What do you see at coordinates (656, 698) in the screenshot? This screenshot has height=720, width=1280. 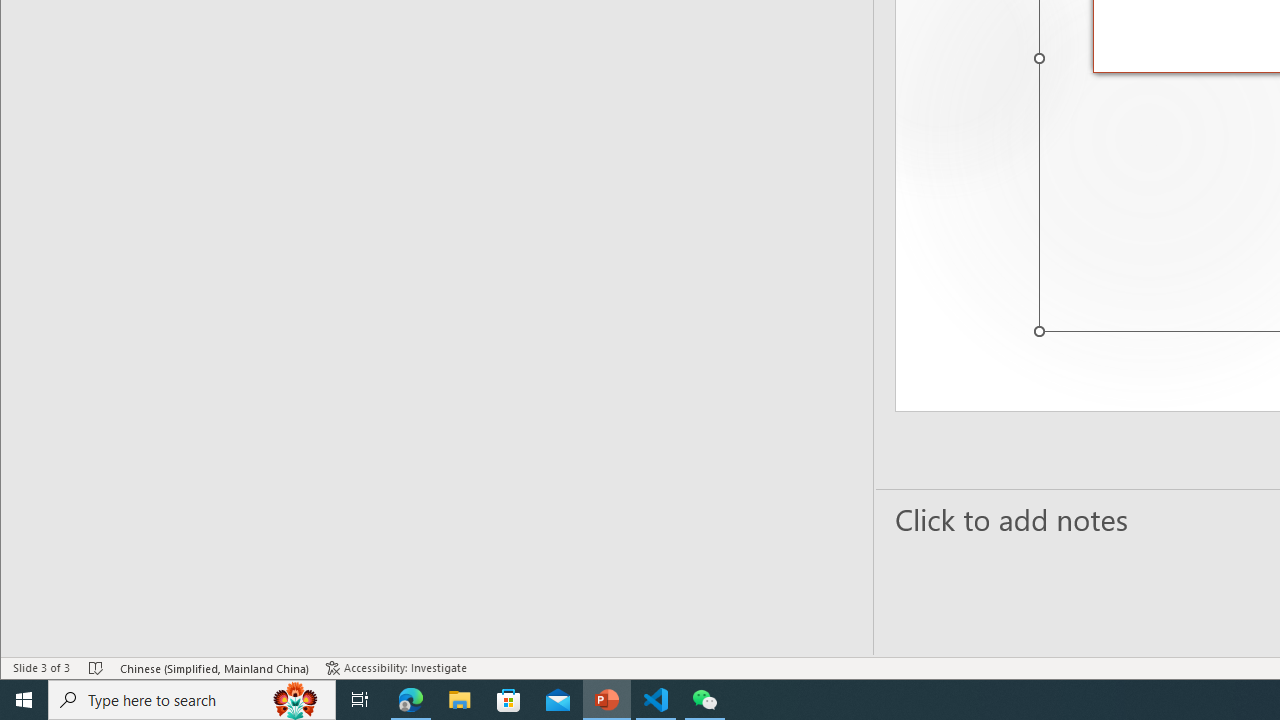 I see `'Visual Studio Code - 1 running window'` at bounding box center [656, 698].